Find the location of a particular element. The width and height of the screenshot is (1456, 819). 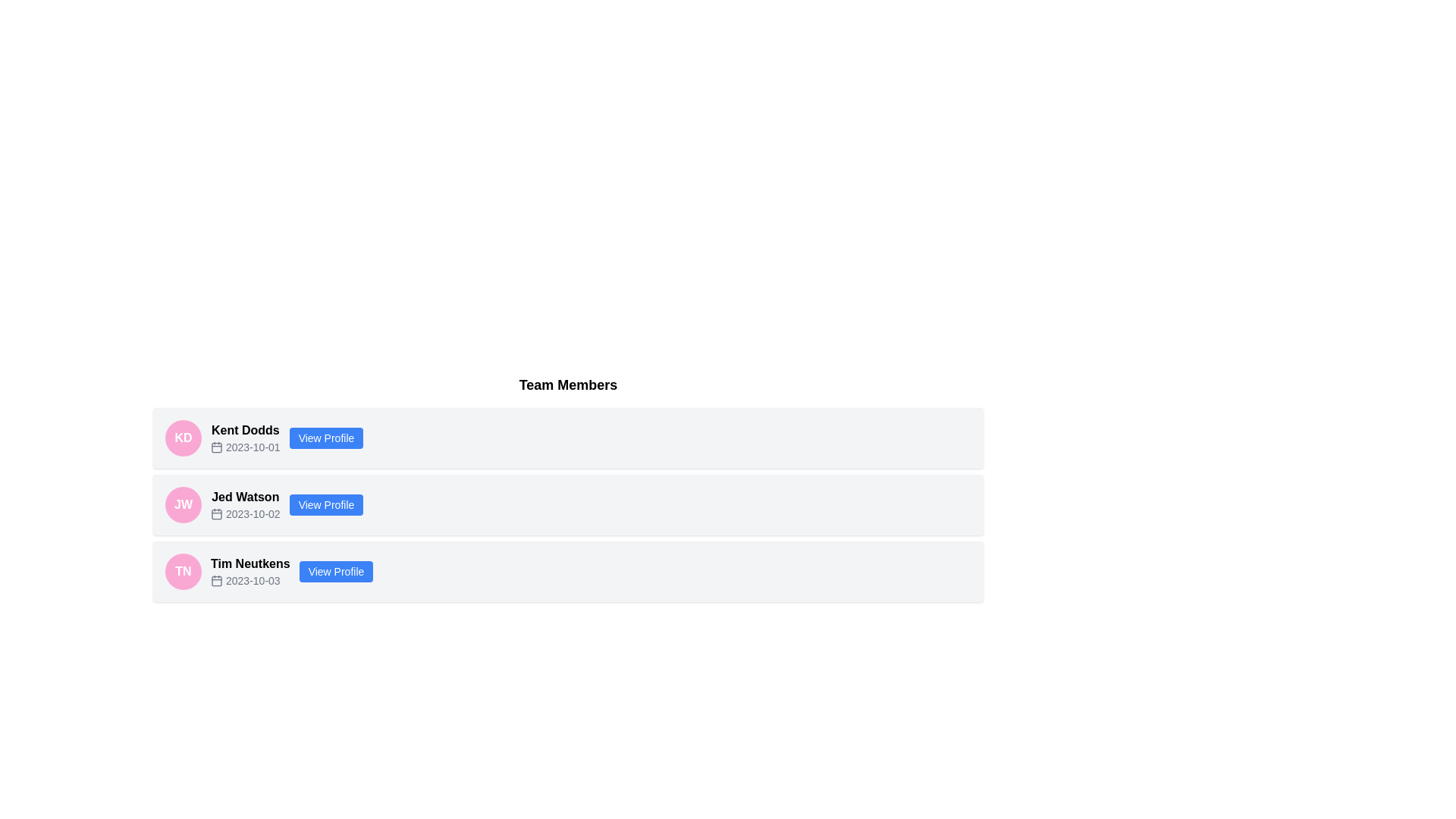

the calendar icon located to the left of the date '2023-10-01' is located at coordinates (216, 447).